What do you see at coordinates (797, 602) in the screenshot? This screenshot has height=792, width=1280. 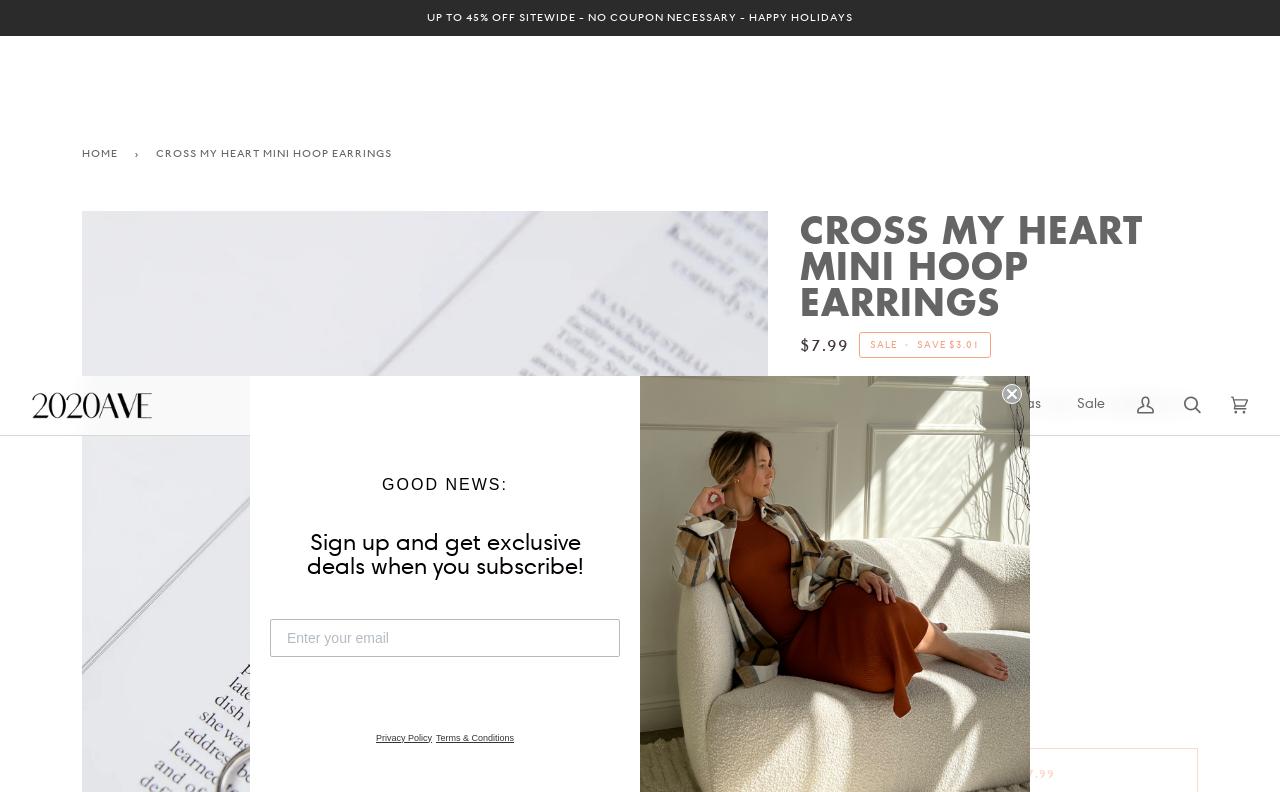 I see `'Cross My Heart Mini Hoop Earrings'` at bounding box center [797, 602].